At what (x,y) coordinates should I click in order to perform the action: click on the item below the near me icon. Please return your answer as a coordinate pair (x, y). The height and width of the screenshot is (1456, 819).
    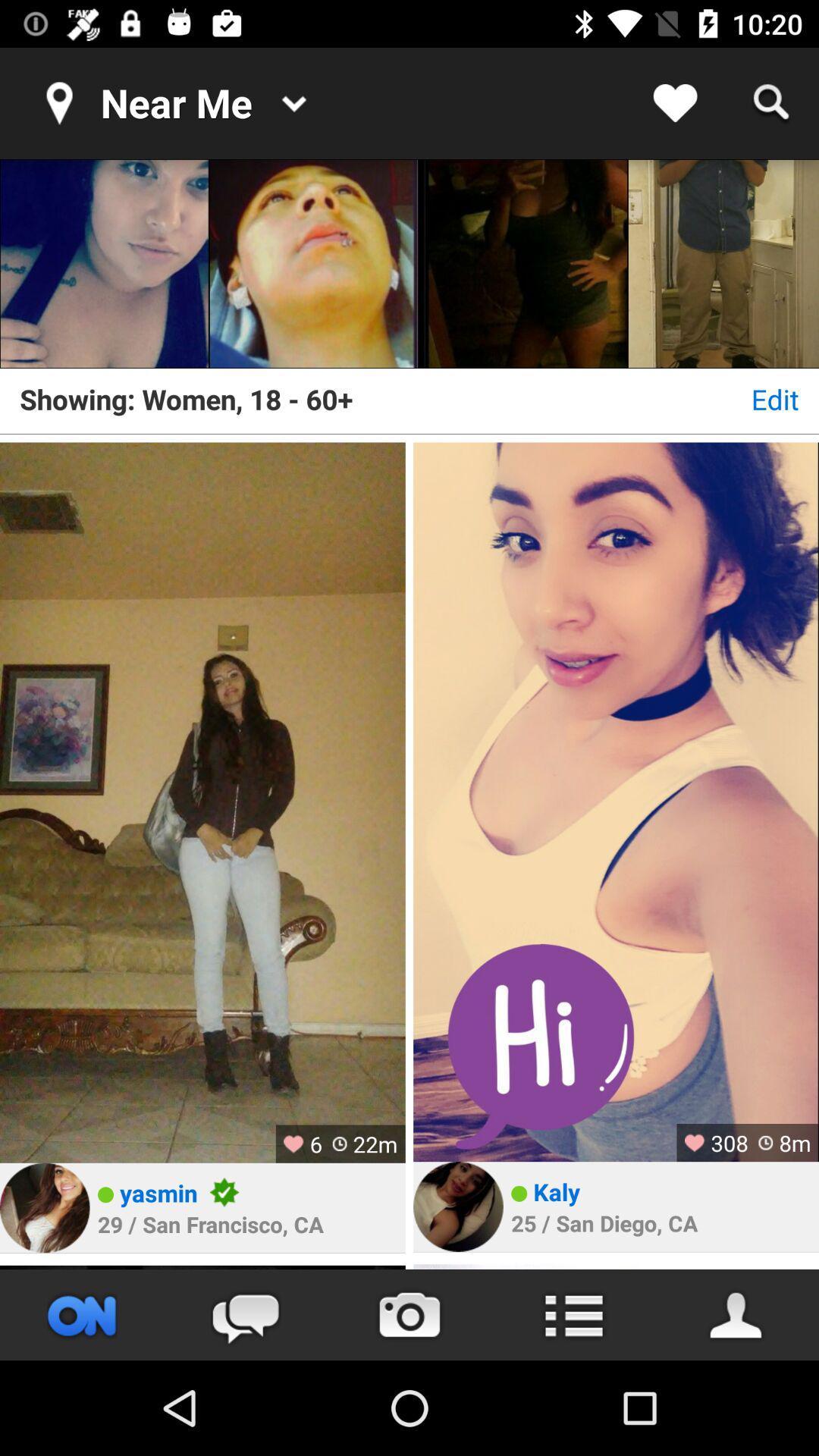
    Looking at the image, I should click on (104, 264).